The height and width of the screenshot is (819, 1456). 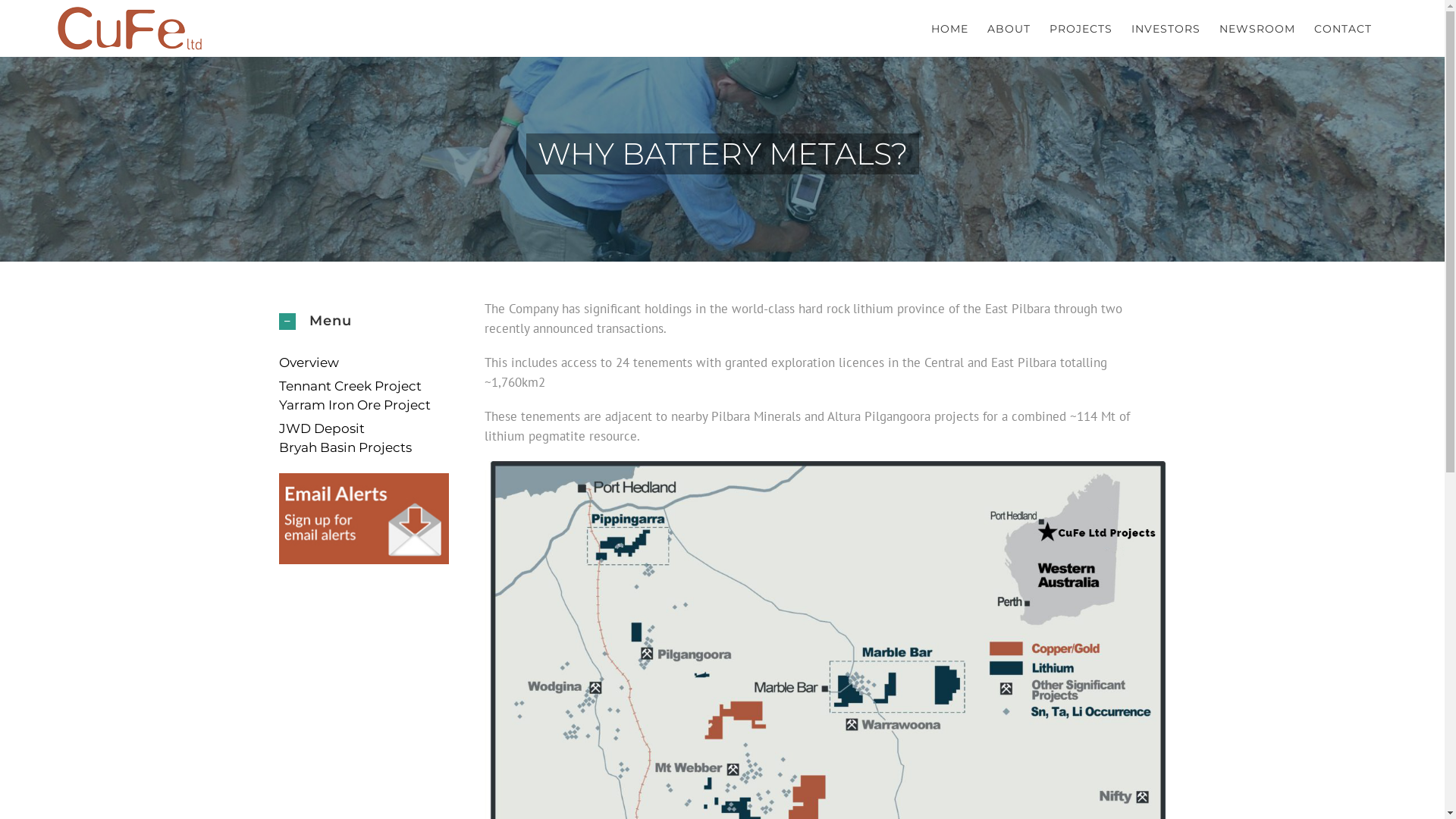 What do you see at coordinates (344, 447) in the screenshot?
I see `'Bryah Basin Projects'` at bounding box center [344, 447].